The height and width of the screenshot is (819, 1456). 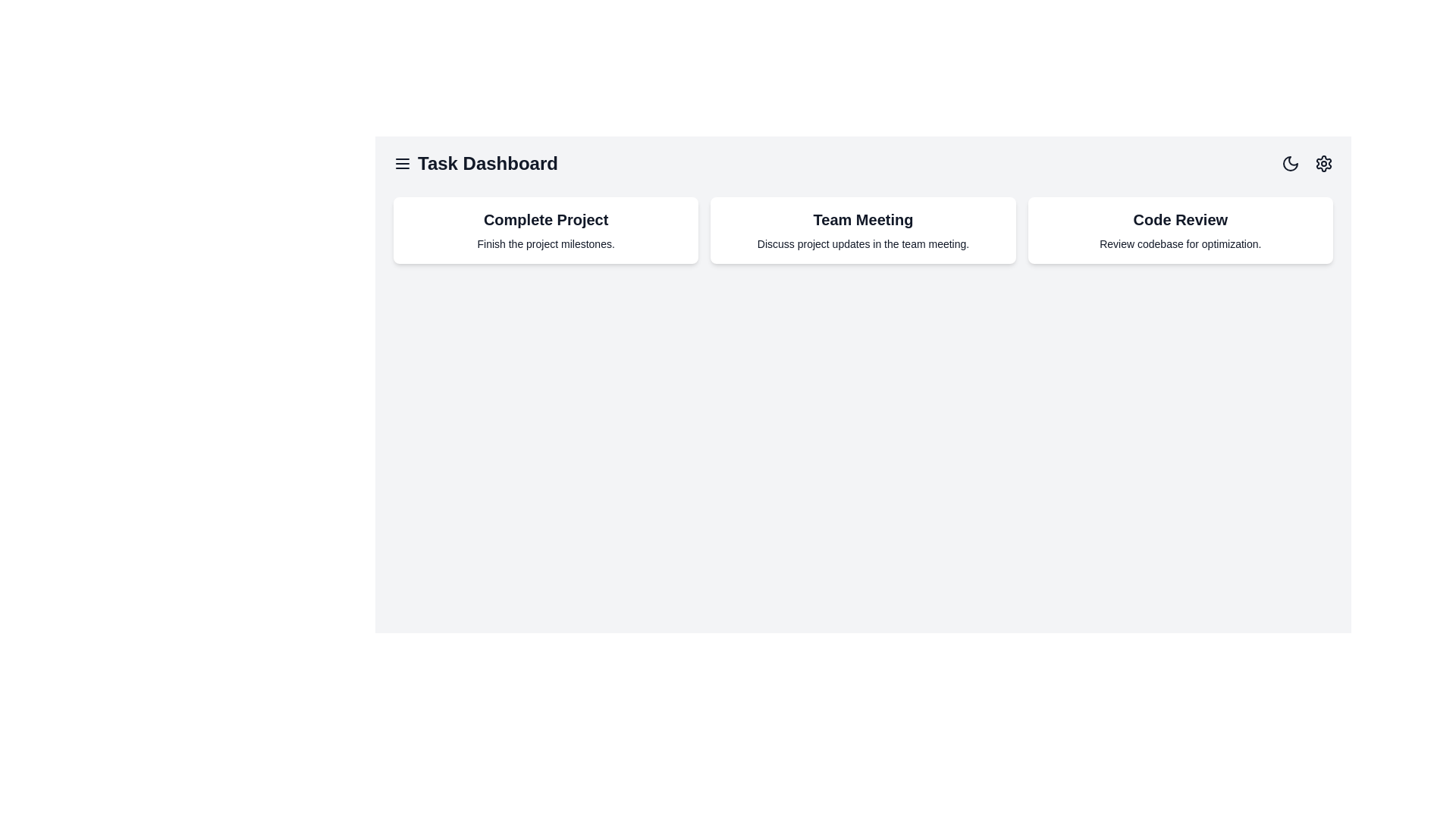 What do you see at coordinates (1290, 164) in the screenshot?
I see `the circular button with a moon icon located in the top-right area of the interface` at bounding box center [1290, 164].